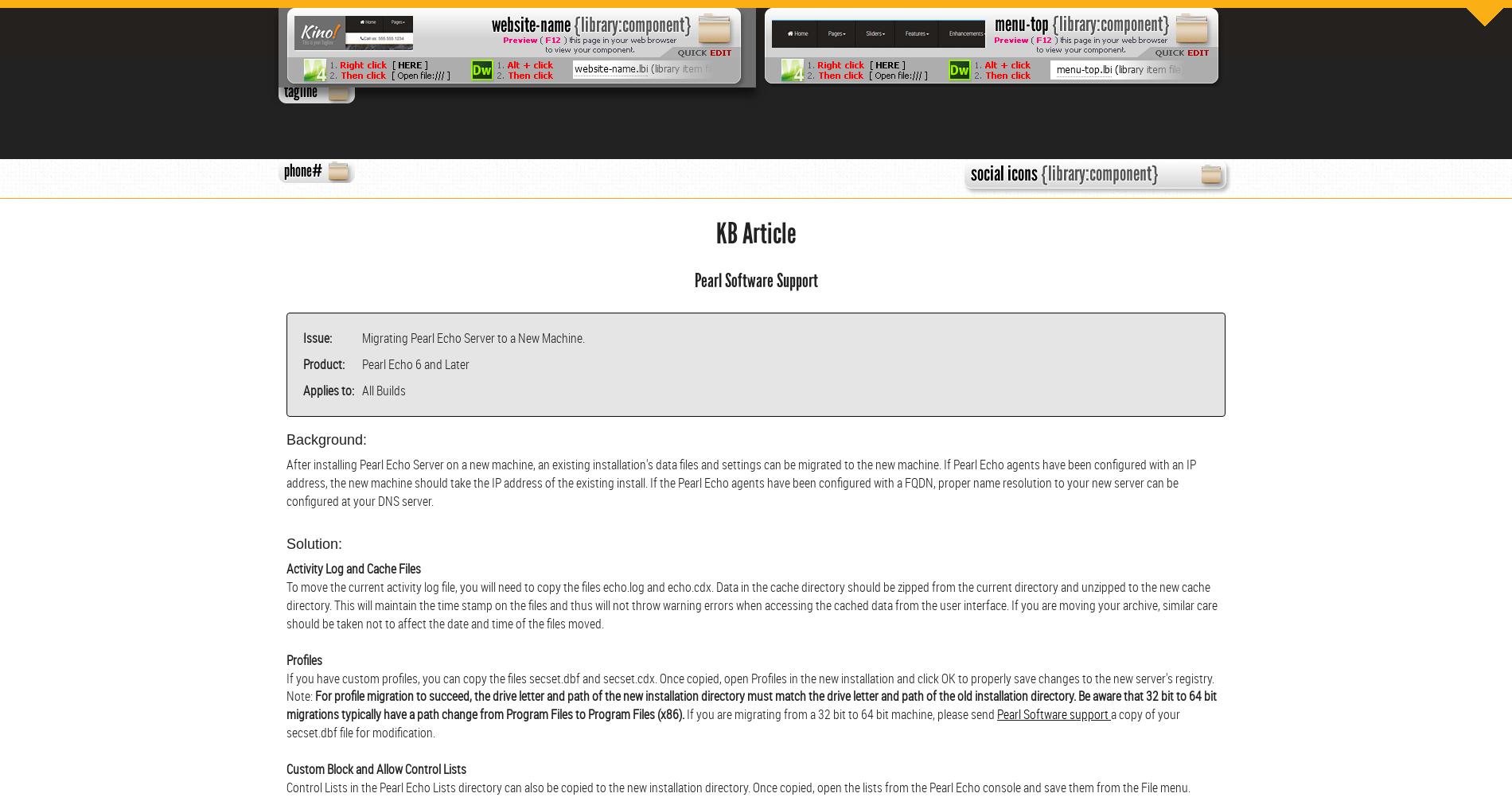 Image resolution: width=1512 pixels, height=801 pixels. What do you see at coordinates (317, 337) in the screenshot?
I see `'Issue:'` at bounding box center [317, 337].